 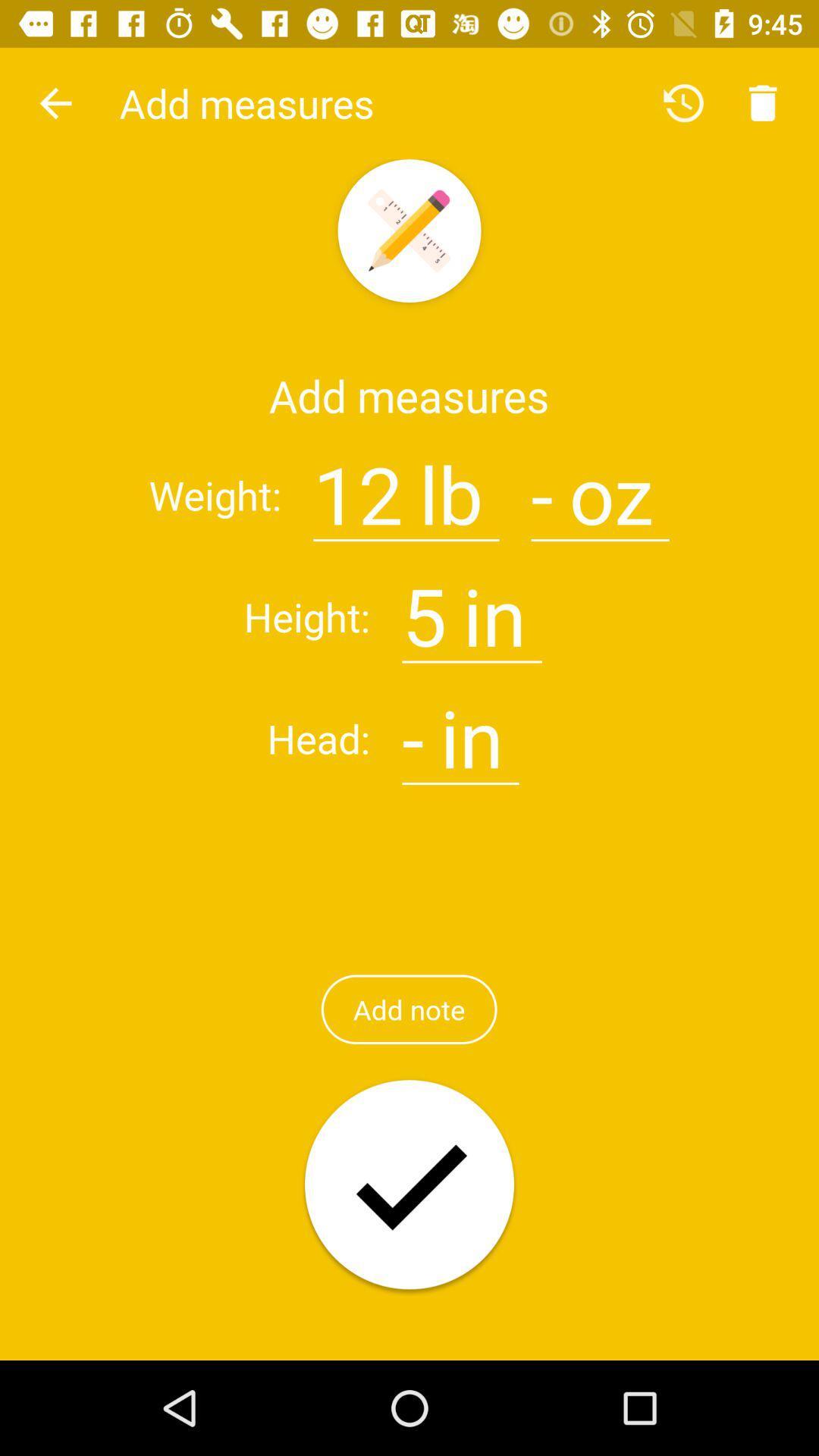 What do you see at coordinates (358, 485) in the screenshot?
I see `12 item` at bounding box center [358, 485].